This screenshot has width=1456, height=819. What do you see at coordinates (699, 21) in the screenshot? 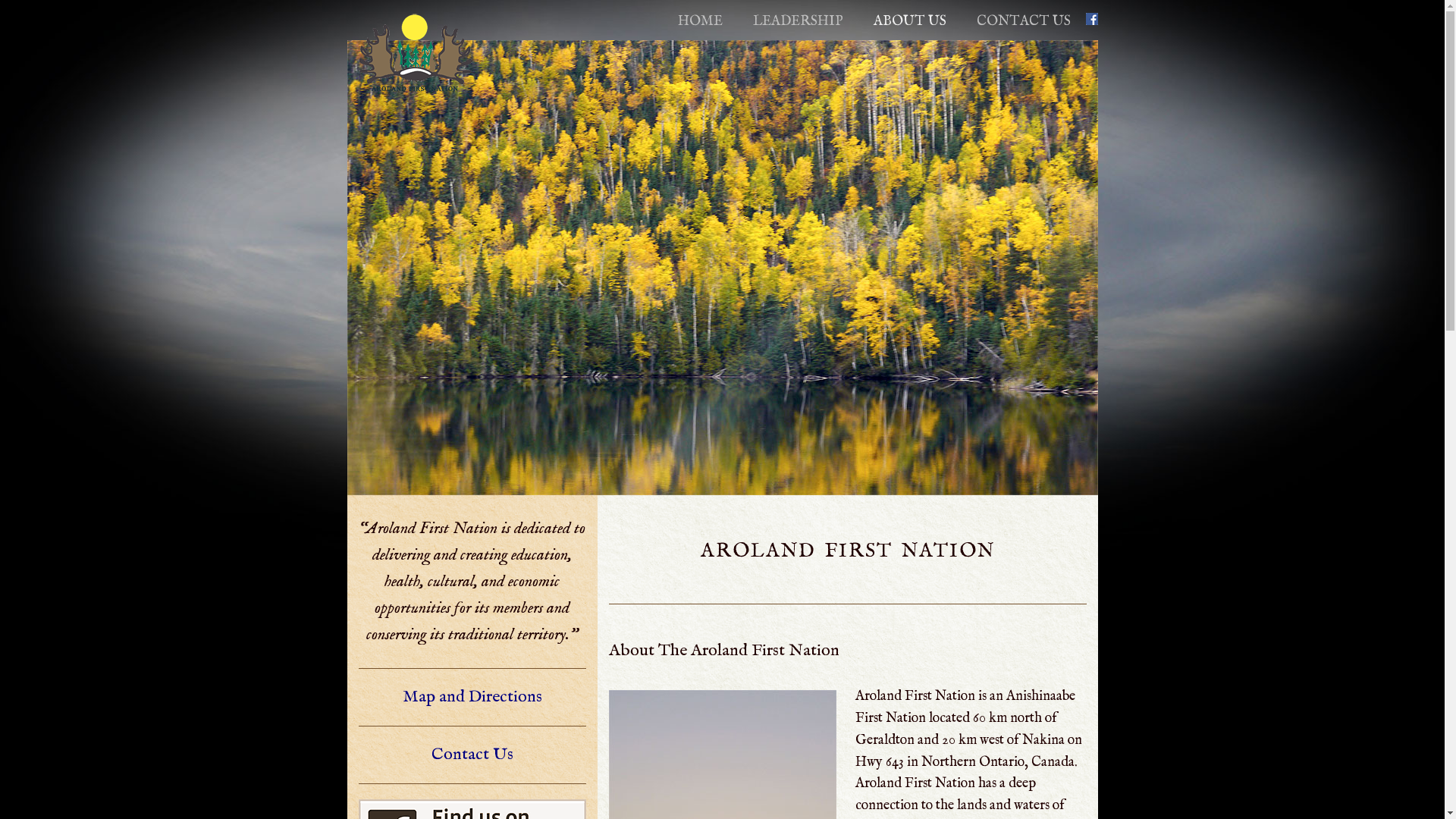
I see `'HOME'` at bounding box center [699, 21].